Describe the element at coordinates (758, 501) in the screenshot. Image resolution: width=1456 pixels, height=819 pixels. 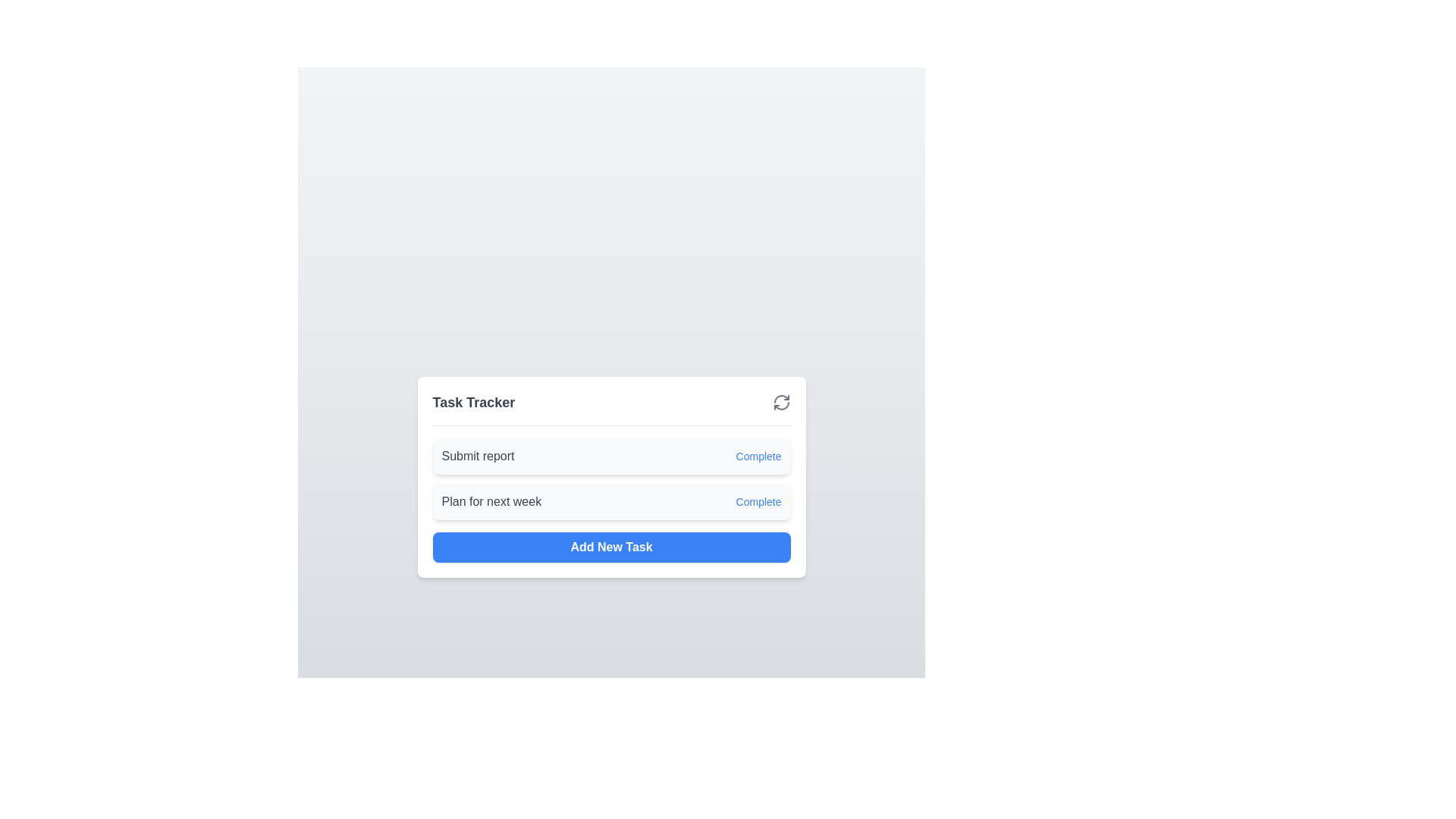
I see `the 'mark as complete' button located on the right side of the task item labeled 'Plan for next week' to mark the task as complete` at that location.